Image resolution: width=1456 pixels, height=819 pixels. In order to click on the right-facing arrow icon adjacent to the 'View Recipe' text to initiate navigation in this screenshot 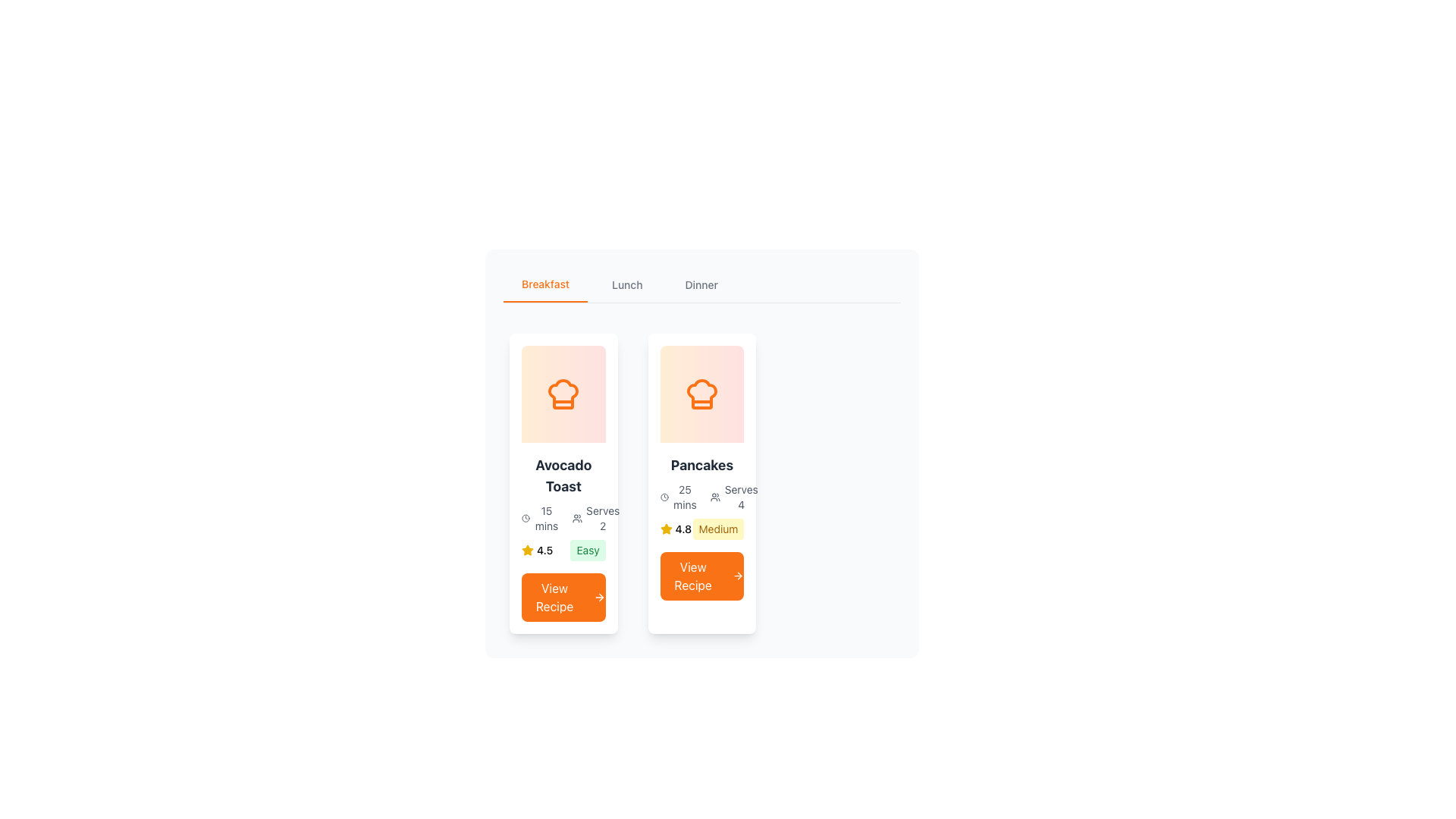, I will do `click(738, 576)`.